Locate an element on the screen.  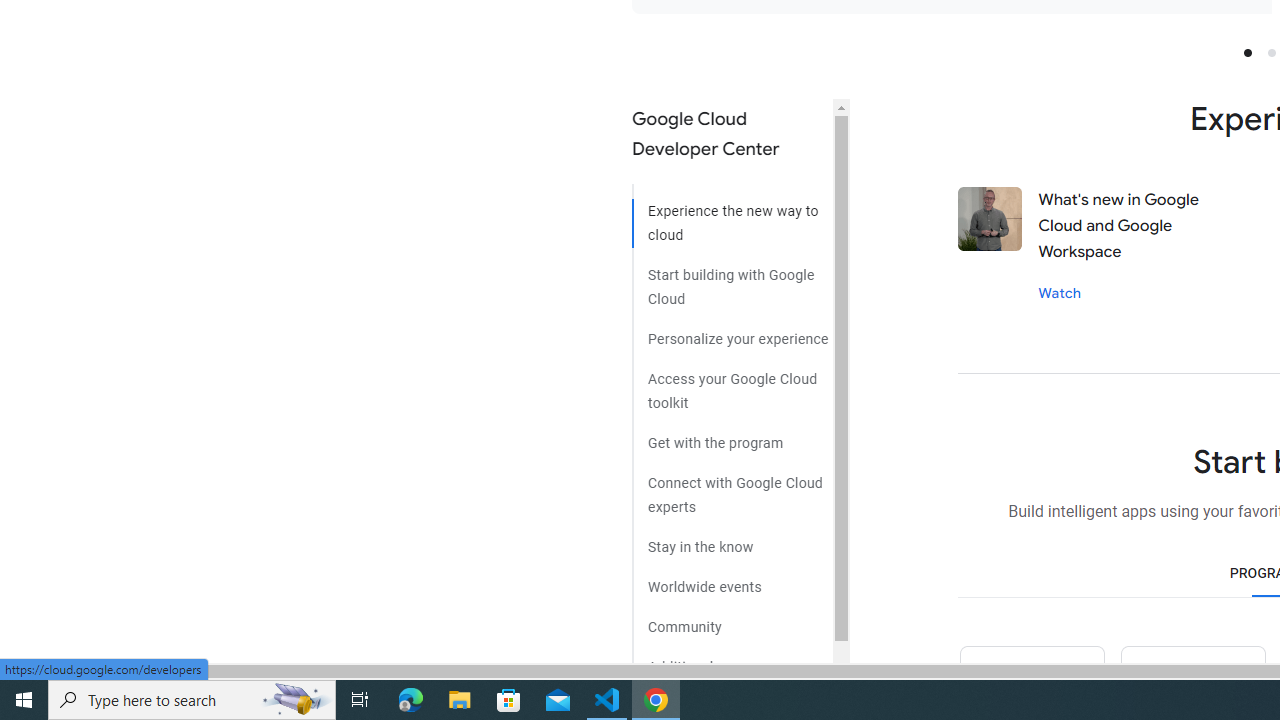
'Connect with Google Cloud experts' is located at coordinates (731, 487).